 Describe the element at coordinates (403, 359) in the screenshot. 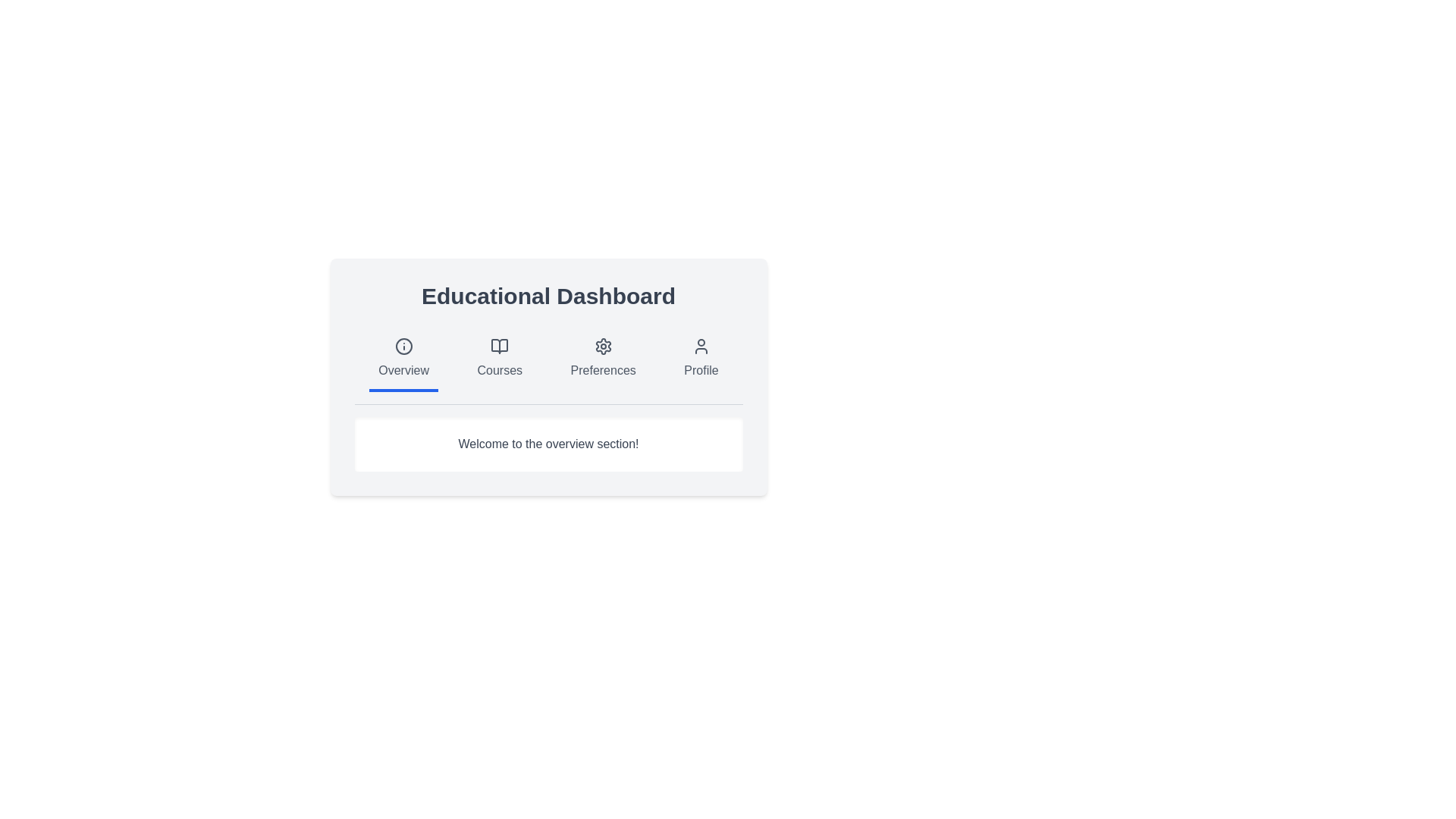

I see `the active Tab Button with an 'i' symbol and 'Overview' text` at that location.